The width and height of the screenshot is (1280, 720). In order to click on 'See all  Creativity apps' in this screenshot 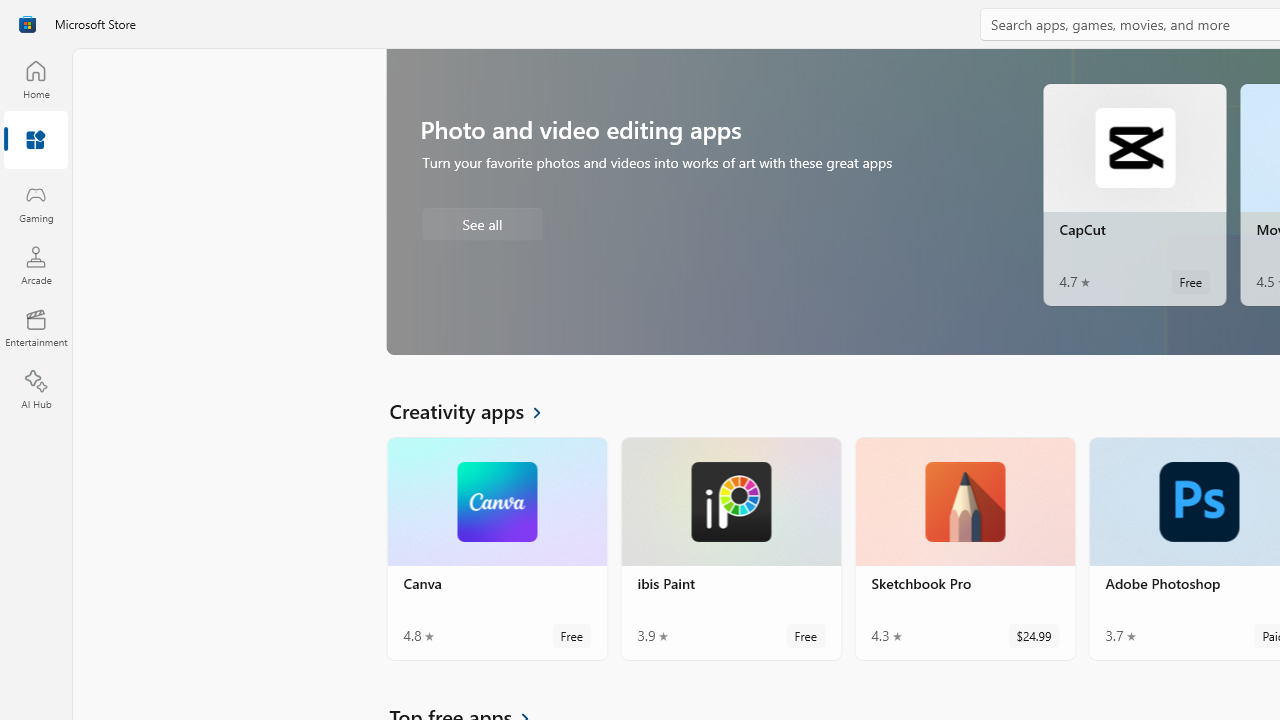, I will do `click(476, 410)`.